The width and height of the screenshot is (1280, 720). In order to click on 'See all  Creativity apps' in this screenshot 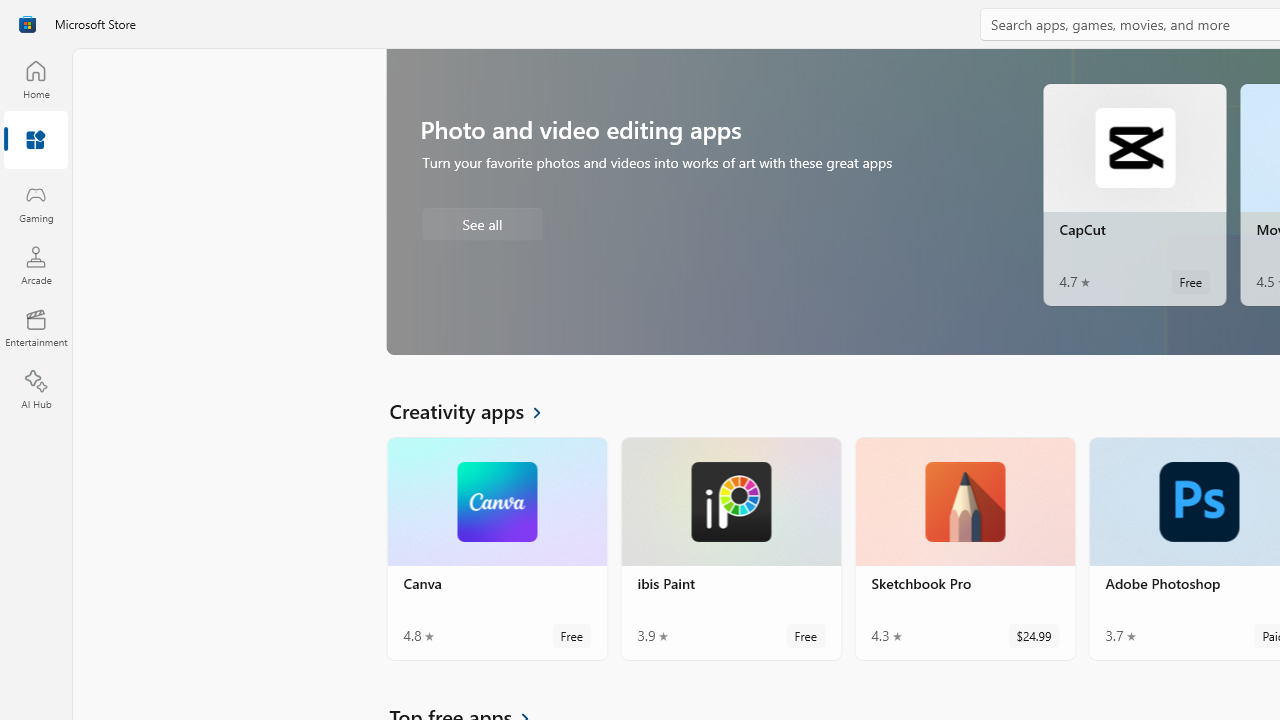, I will do `click(476, 410)`.